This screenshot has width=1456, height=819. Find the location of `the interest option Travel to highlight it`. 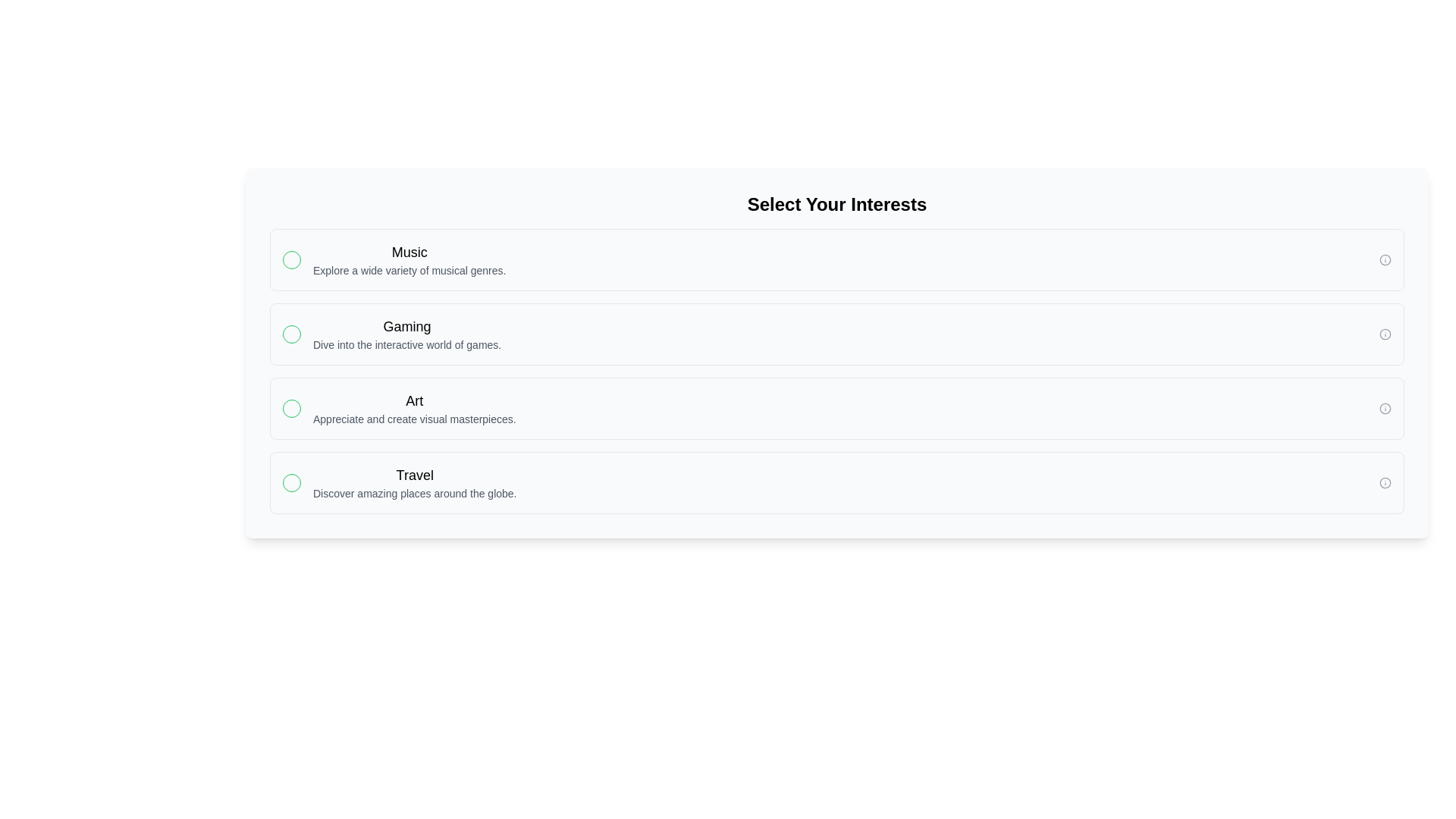

the interest option Travel to highlight it is located at coordinates (836, 482).